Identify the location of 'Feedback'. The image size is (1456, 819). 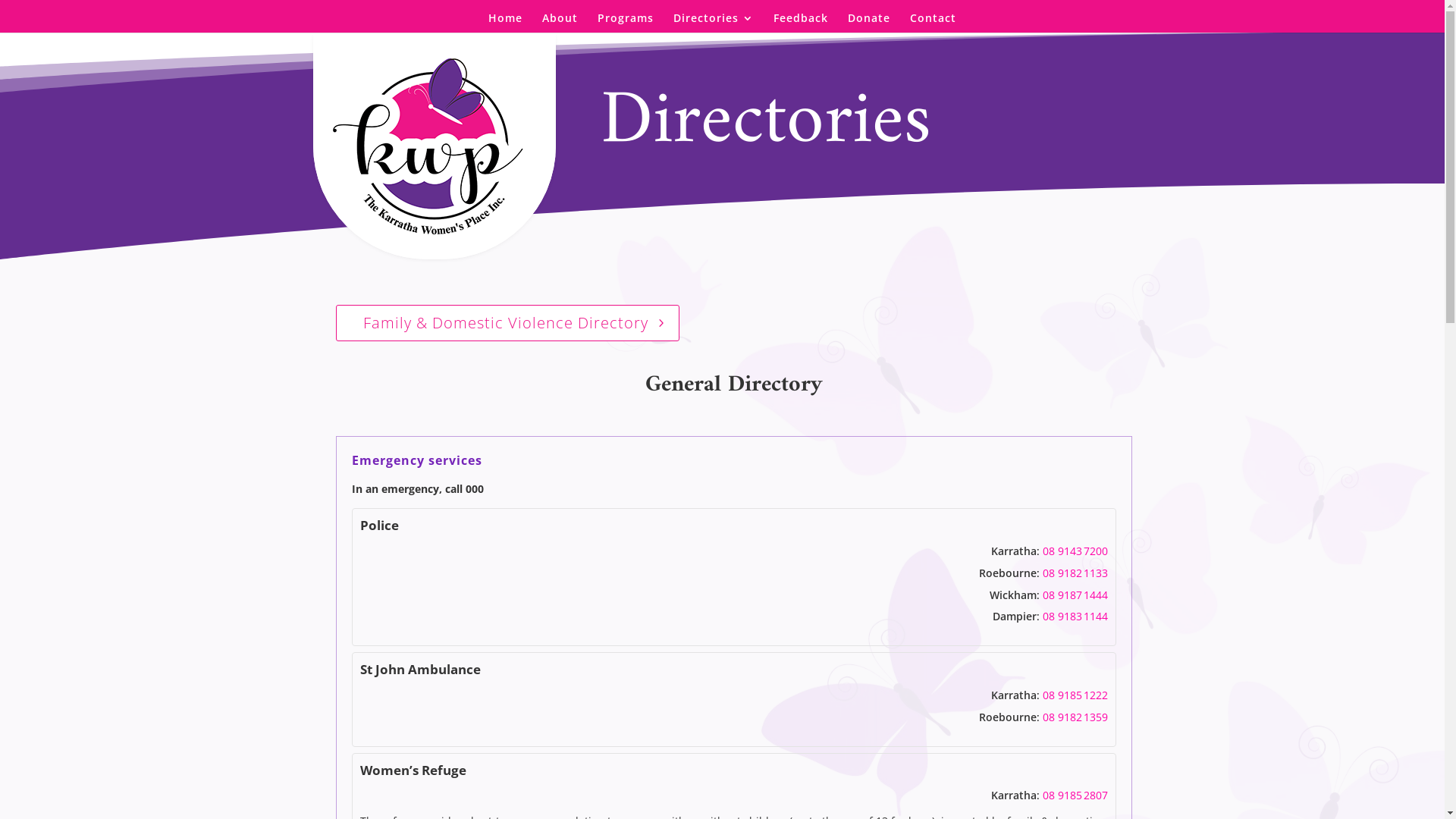
(773, 23).